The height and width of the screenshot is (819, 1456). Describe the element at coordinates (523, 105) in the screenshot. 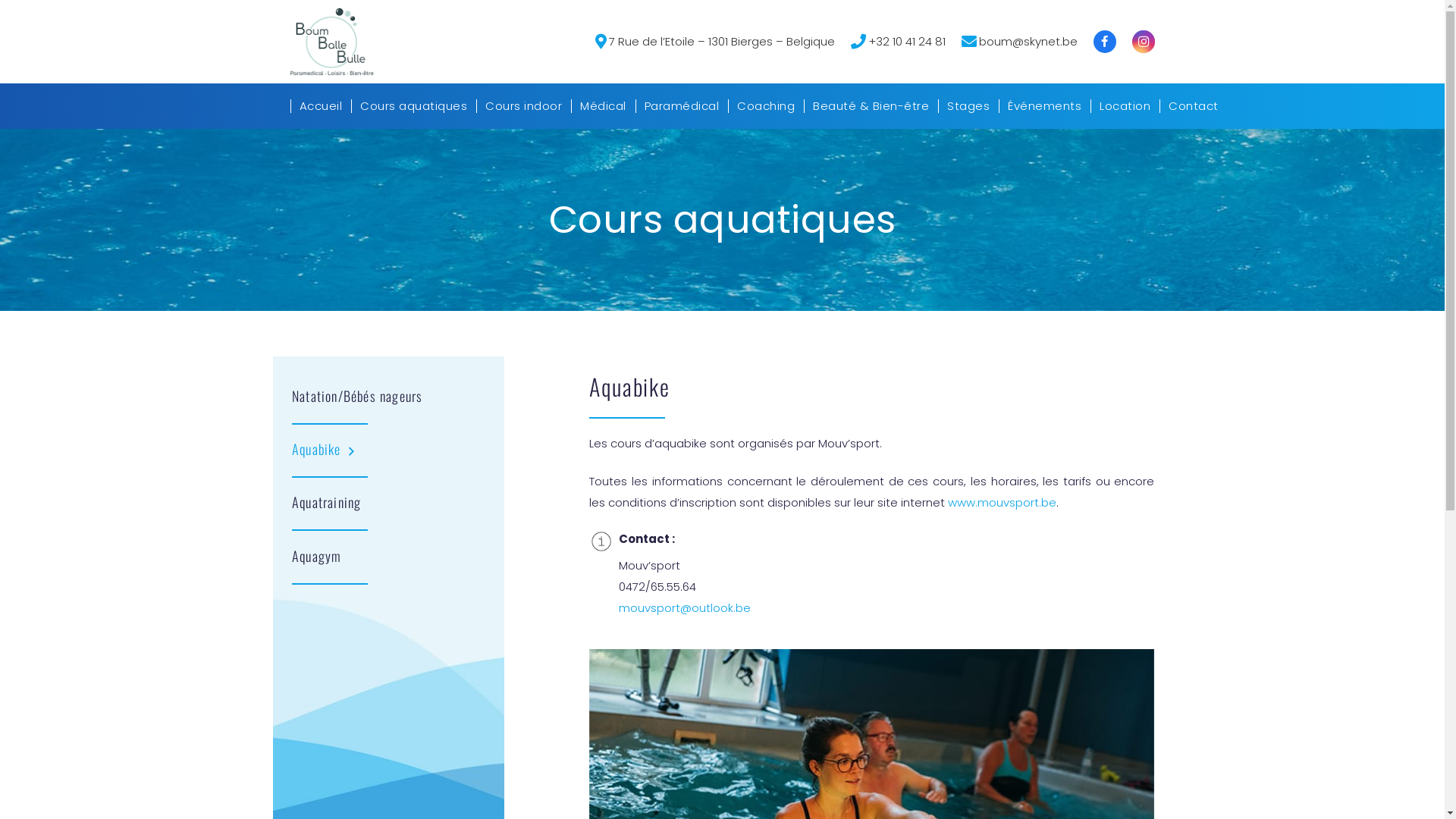

I see `'Cours indoor'` at that location.